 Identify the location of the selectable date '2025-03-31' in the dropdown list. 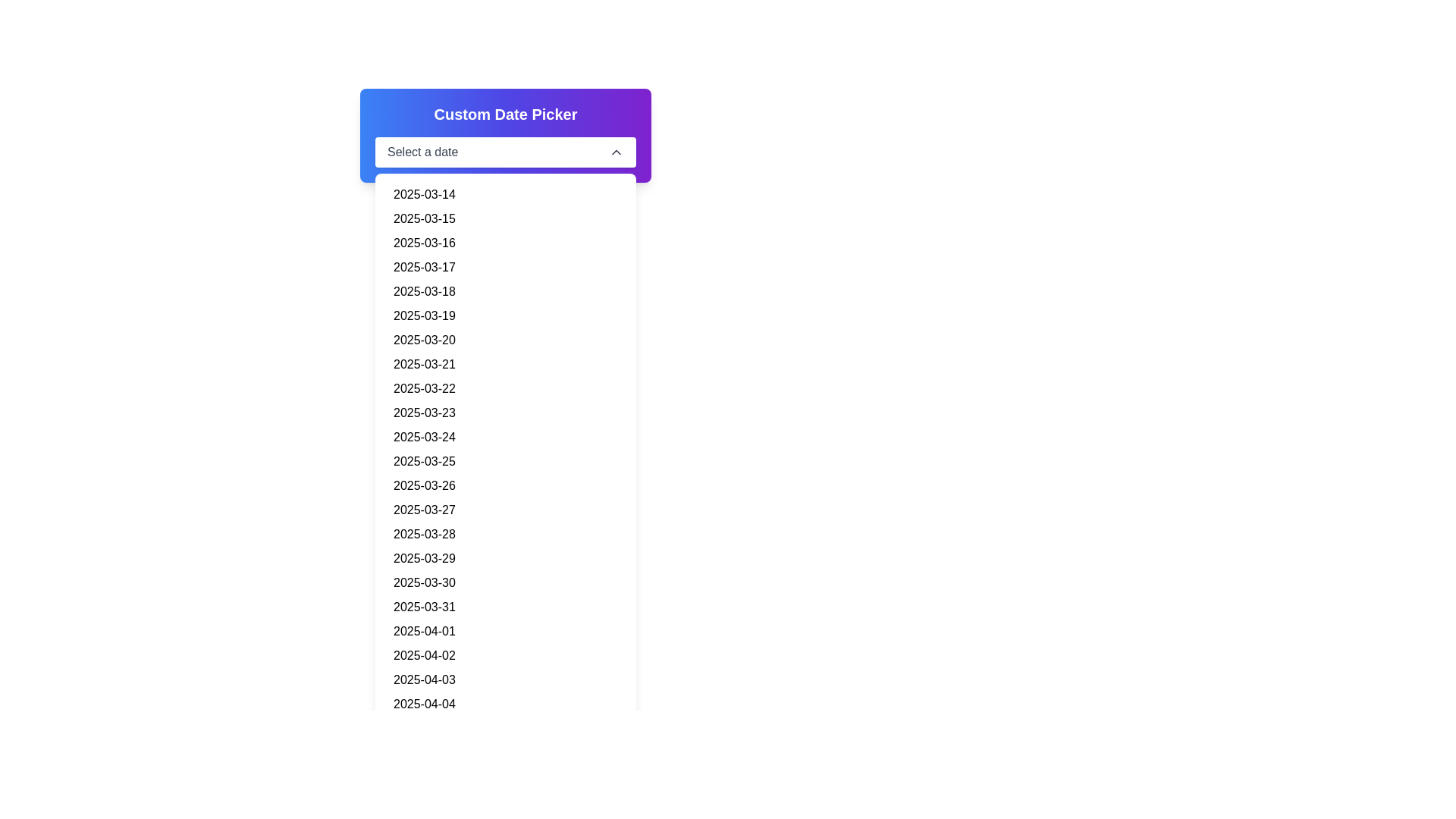
(506, 607).